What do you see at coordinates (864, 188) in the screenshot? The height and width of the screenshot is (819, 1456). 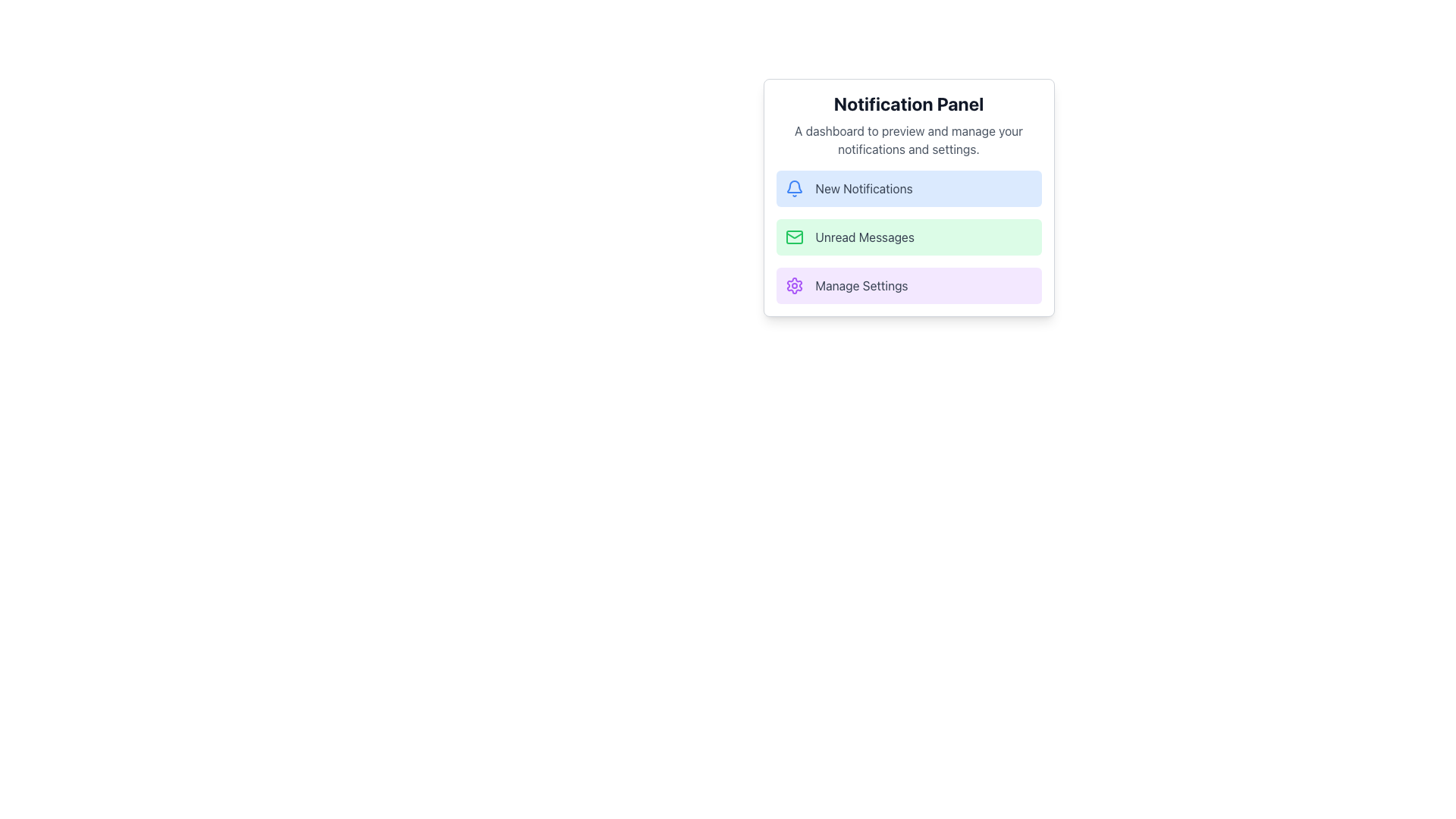 I see `the 'New Notifications' text label, which is located to the right of a bell icon inside a light blue rectangular box` at bounding box center [864, 188].